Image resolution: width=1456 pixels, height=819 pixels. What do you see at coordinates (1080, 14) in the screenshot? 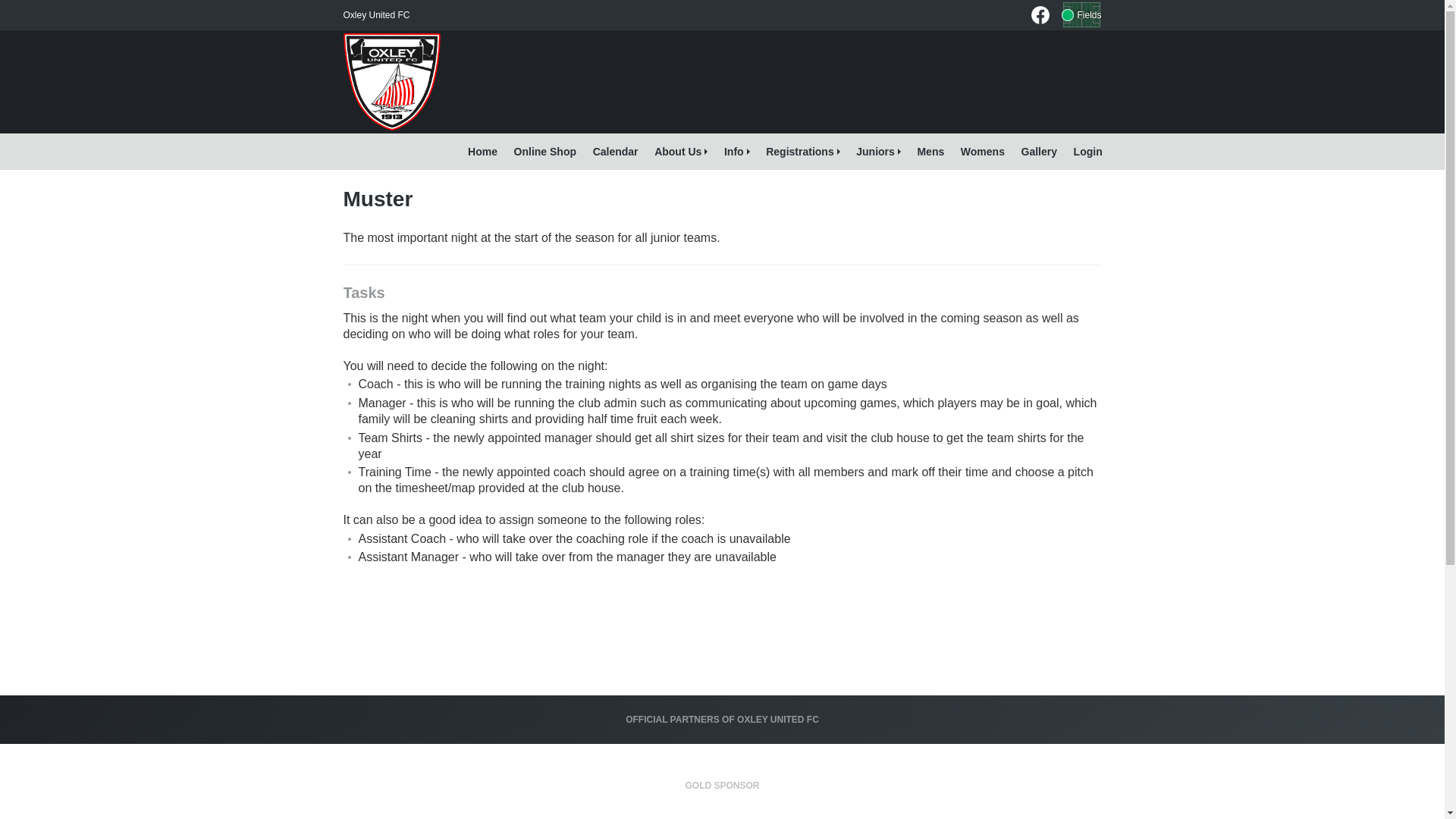
I see `'Fields'` at bounding box center [1080, 14].